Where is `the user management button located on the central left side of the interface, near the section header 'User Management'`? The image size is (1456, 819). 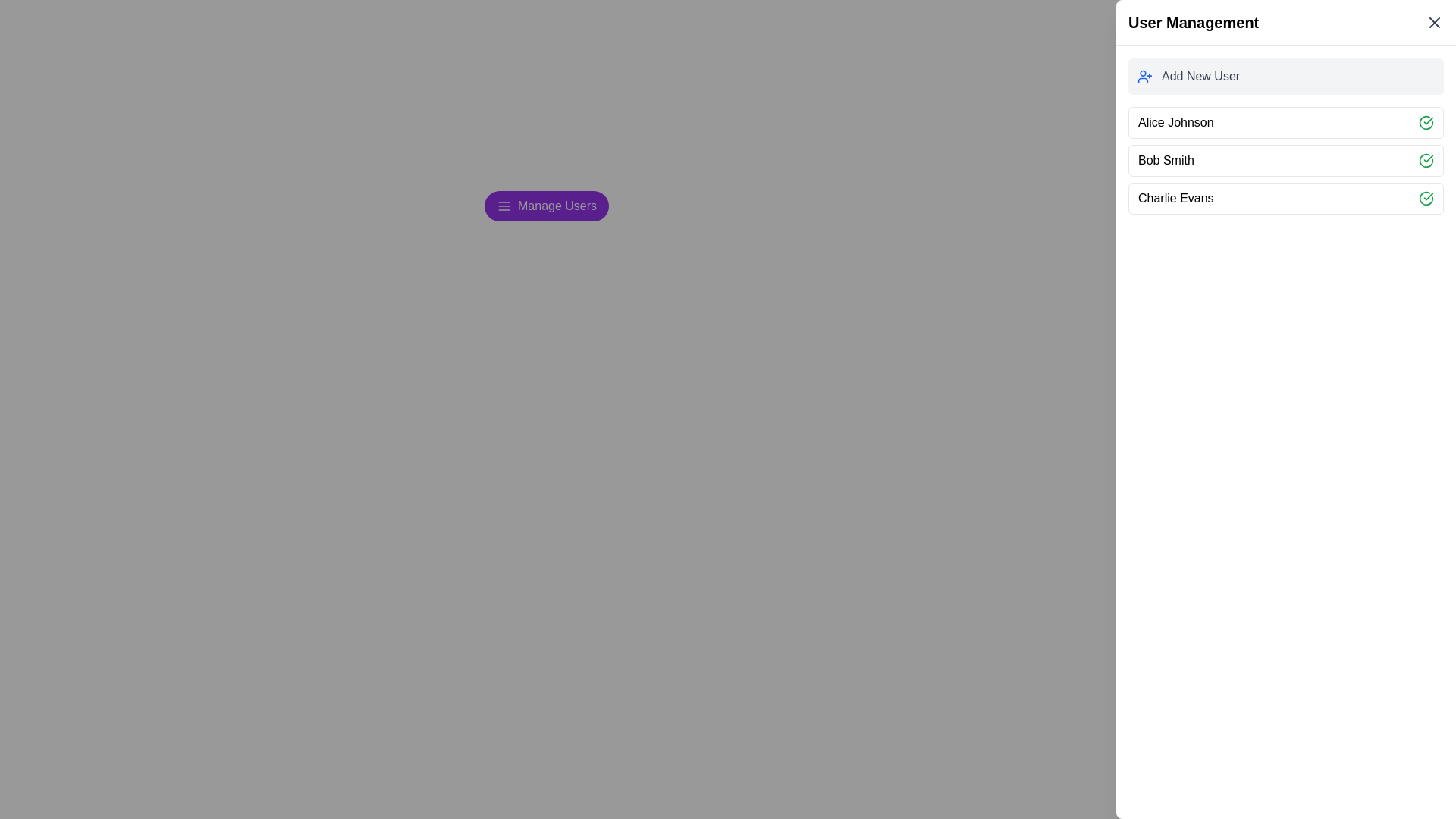
the user management button located on the central left side of the interface, near the section header 'User Management' is located at coordinates (546, 206).